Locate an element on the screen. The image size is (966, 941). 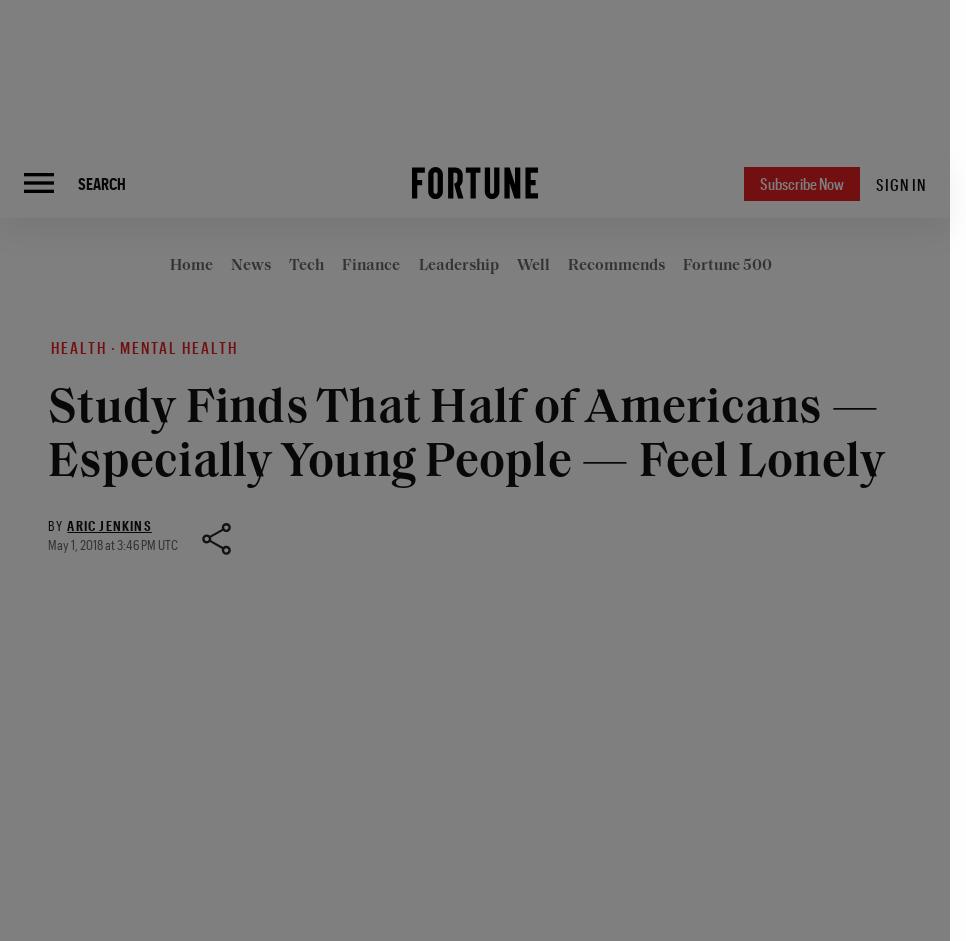
'May 1, 2018 at 3:46 PM UTC' is located at coordinates (48, 544).